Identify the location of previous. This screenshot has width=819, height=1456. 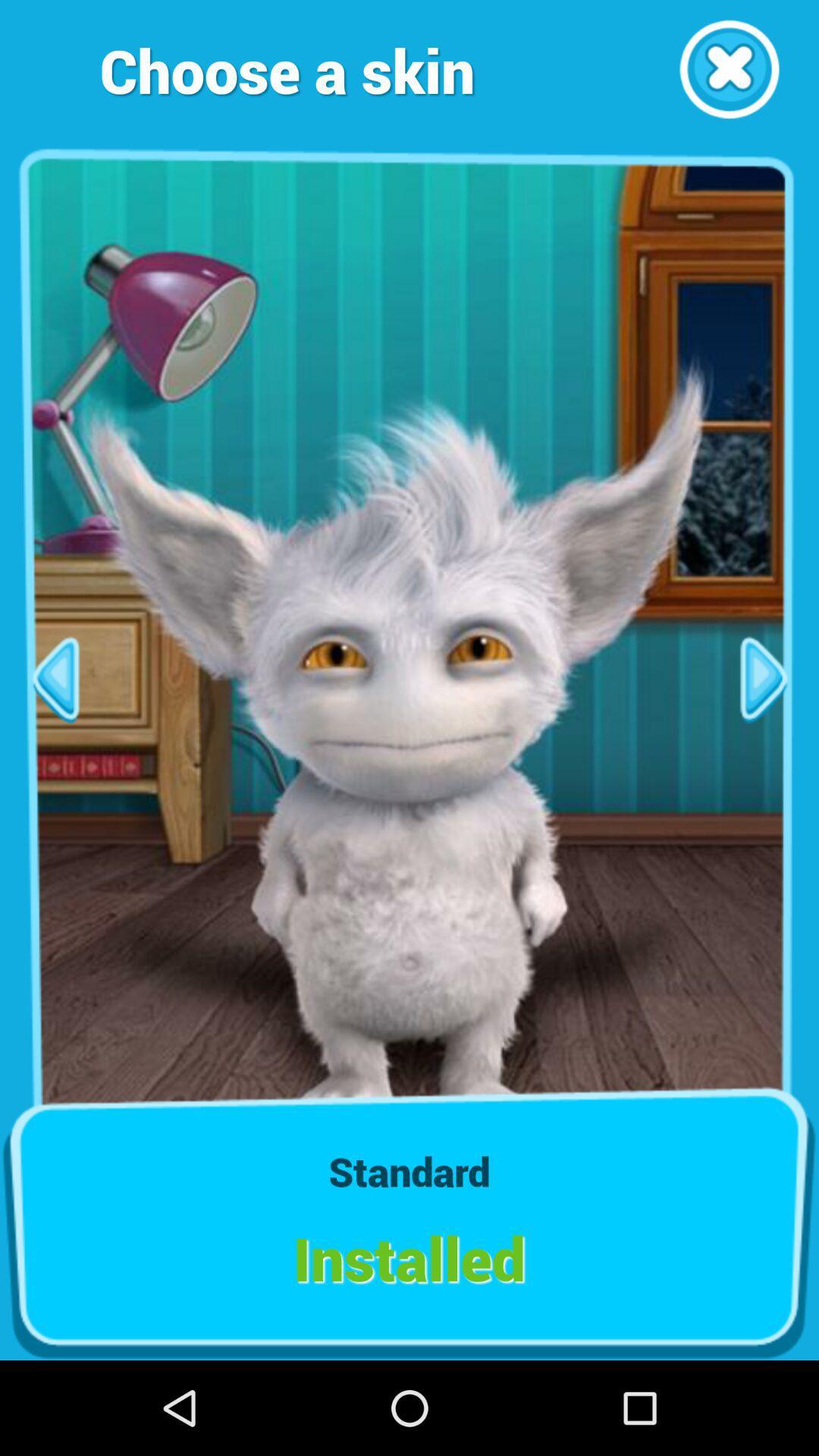
(54, 679).